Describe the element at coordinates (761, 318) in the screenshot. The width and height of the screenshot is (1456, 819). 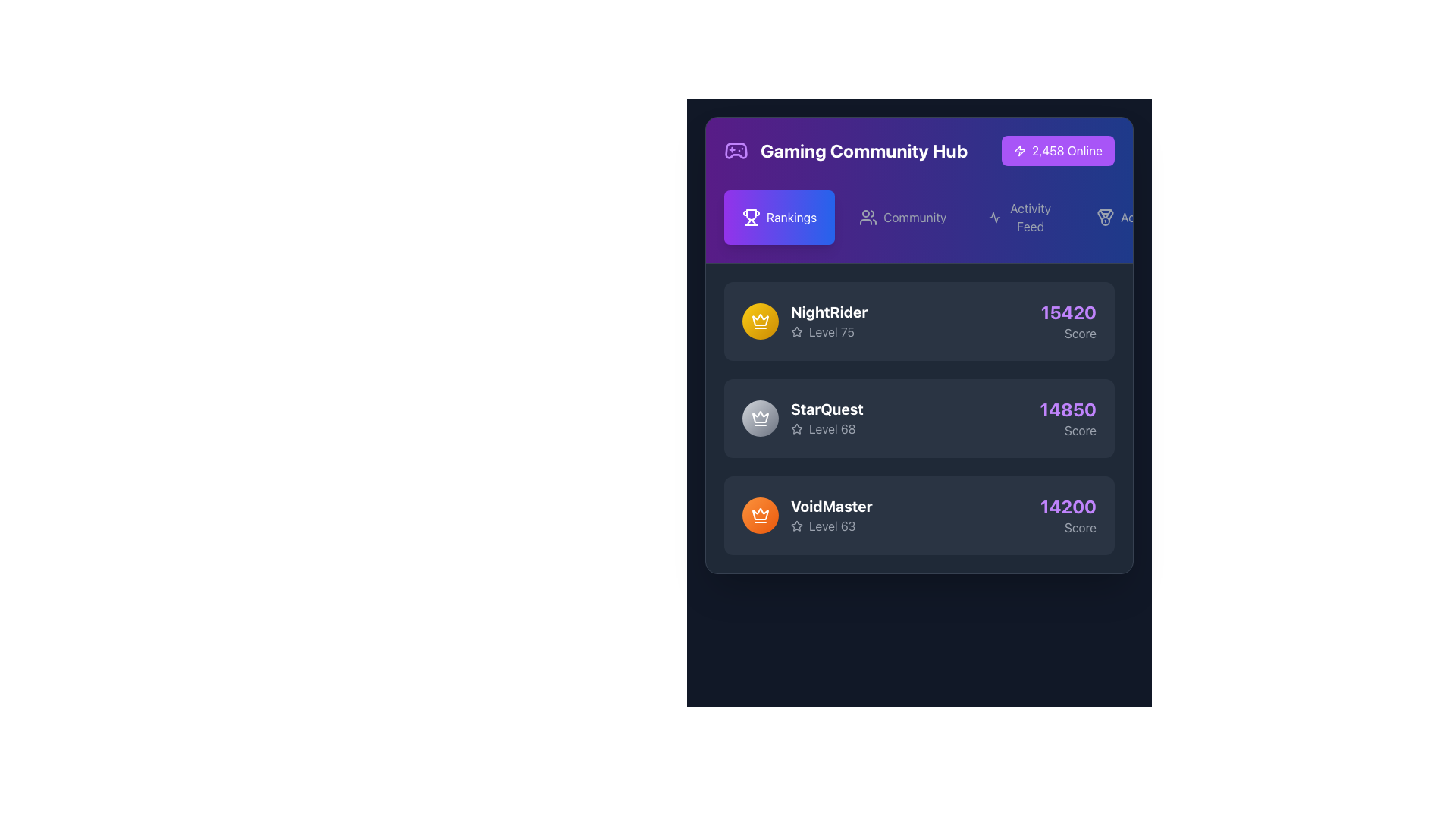
I see `the golden crown icon associated with the user 'NightRider' in the leaderboard interface` at that location.